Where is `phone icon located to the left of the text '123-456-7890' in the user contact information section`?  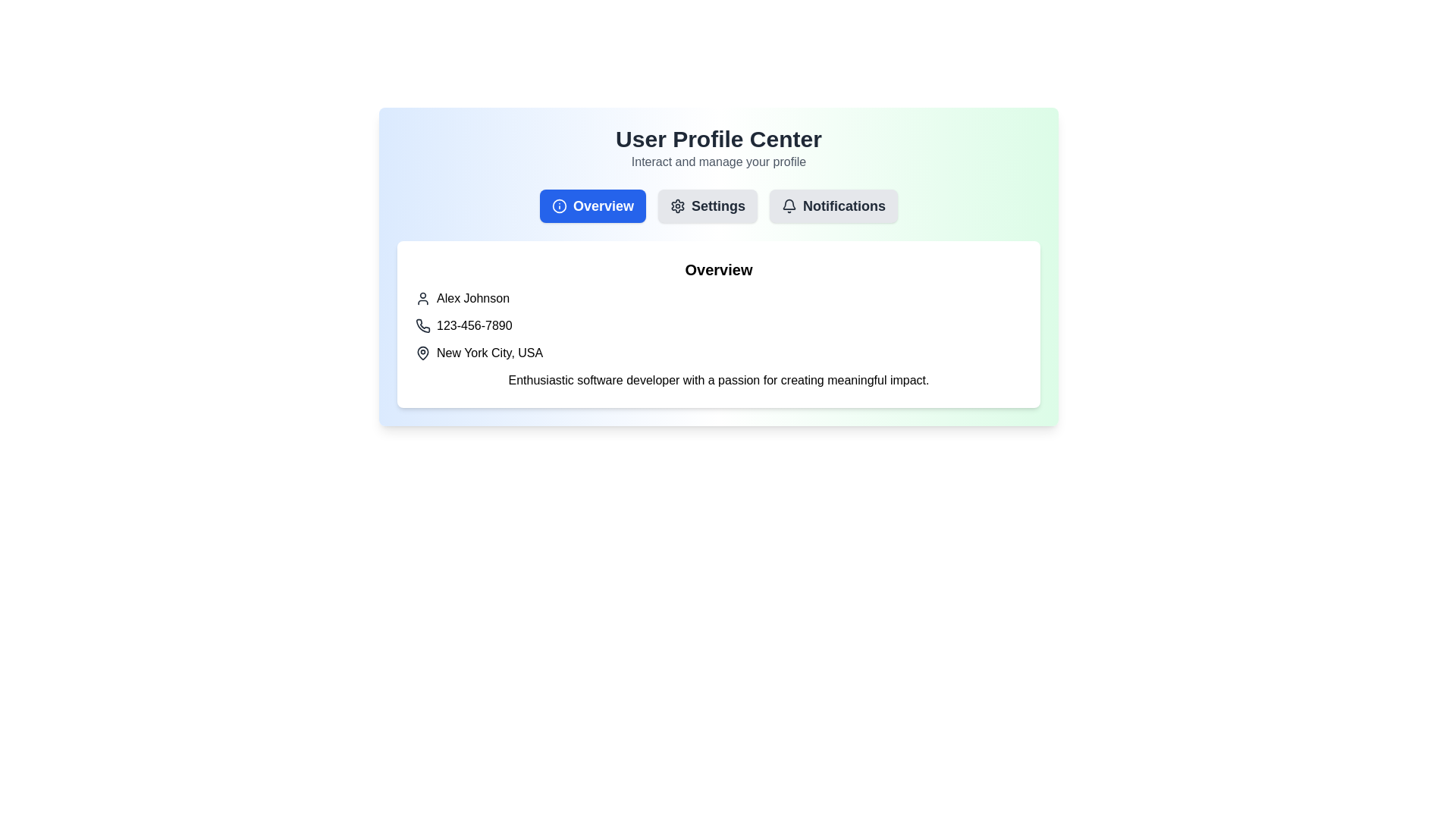
phone icon located to the left of the text '123-456-7890' in the user contact information section is located at coordinates (423, 325).